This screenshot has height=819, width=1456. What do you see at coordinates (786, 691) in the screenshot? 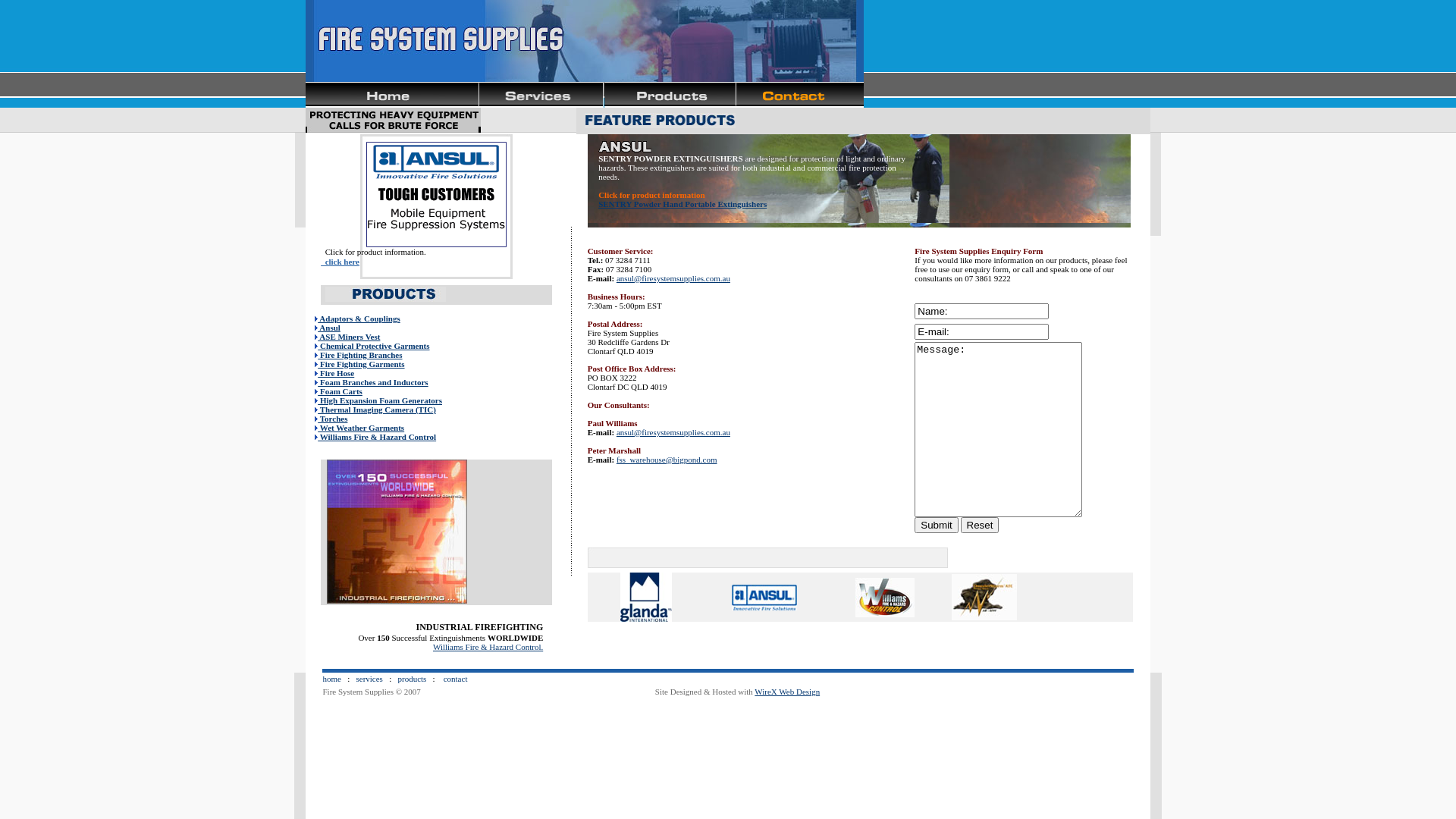
I see `'WireX Web Design'` at bounding box center [786, 691].